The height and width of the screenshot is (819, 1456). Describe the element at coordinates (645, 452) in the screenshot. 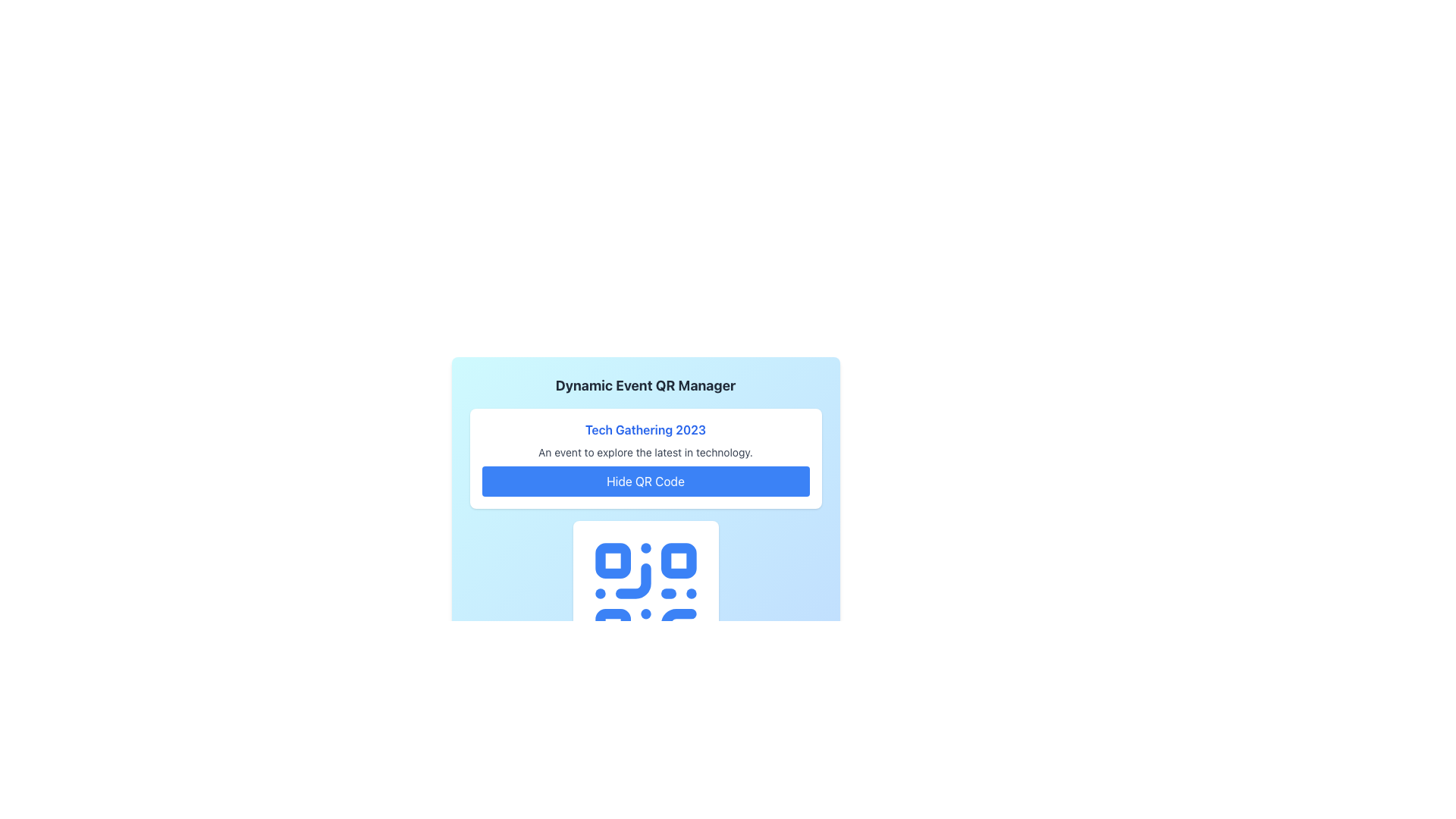

I see `the static text element that reads 'An event` at that location.